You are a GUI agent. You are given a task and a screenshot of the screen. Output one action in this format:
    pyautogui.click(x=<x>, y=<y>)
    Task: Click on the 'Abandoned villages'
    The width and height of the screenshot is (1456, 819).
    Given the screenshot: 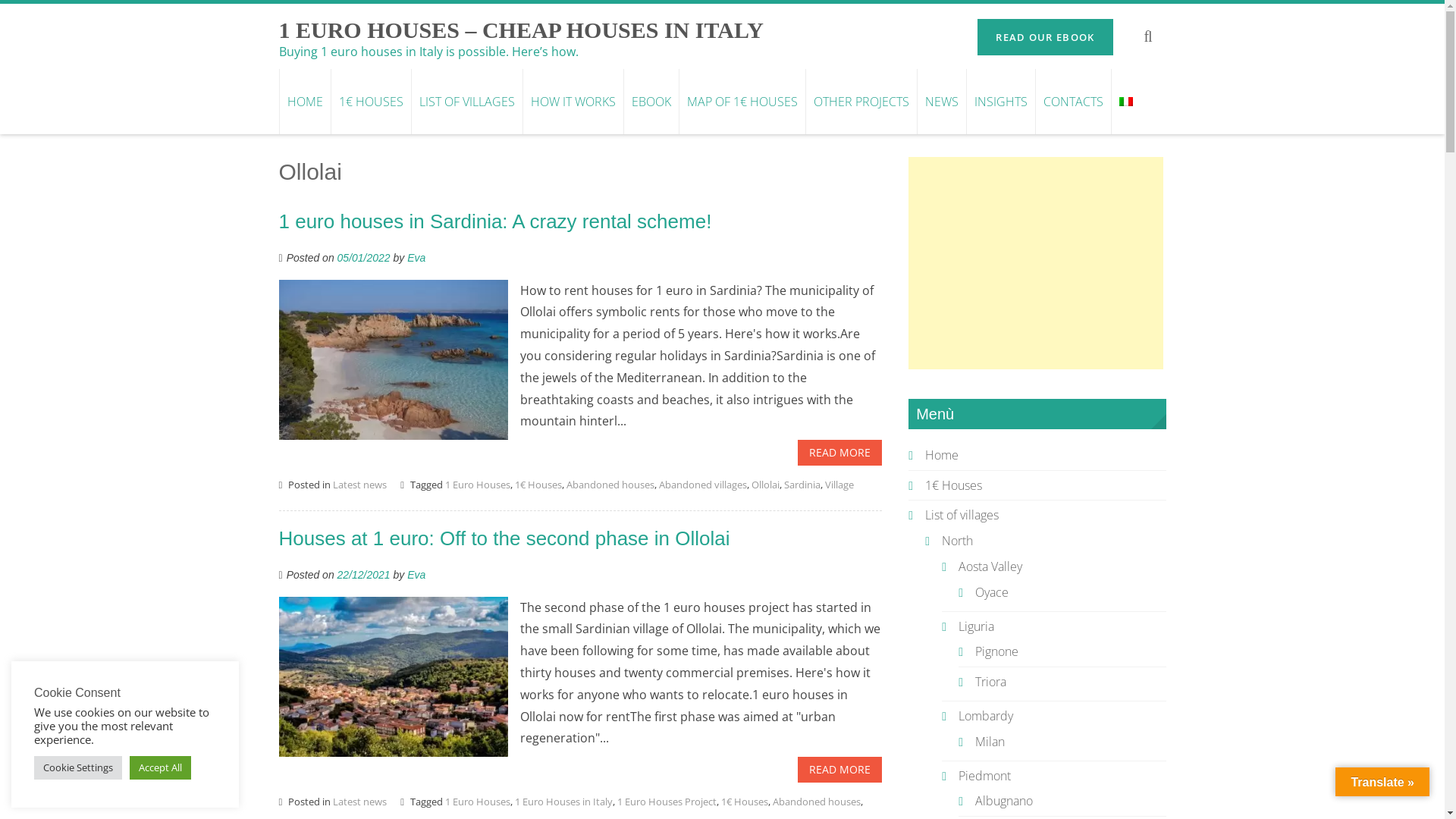 What is the action you would take?
    pyautogui.click(x=701, y=485)
    